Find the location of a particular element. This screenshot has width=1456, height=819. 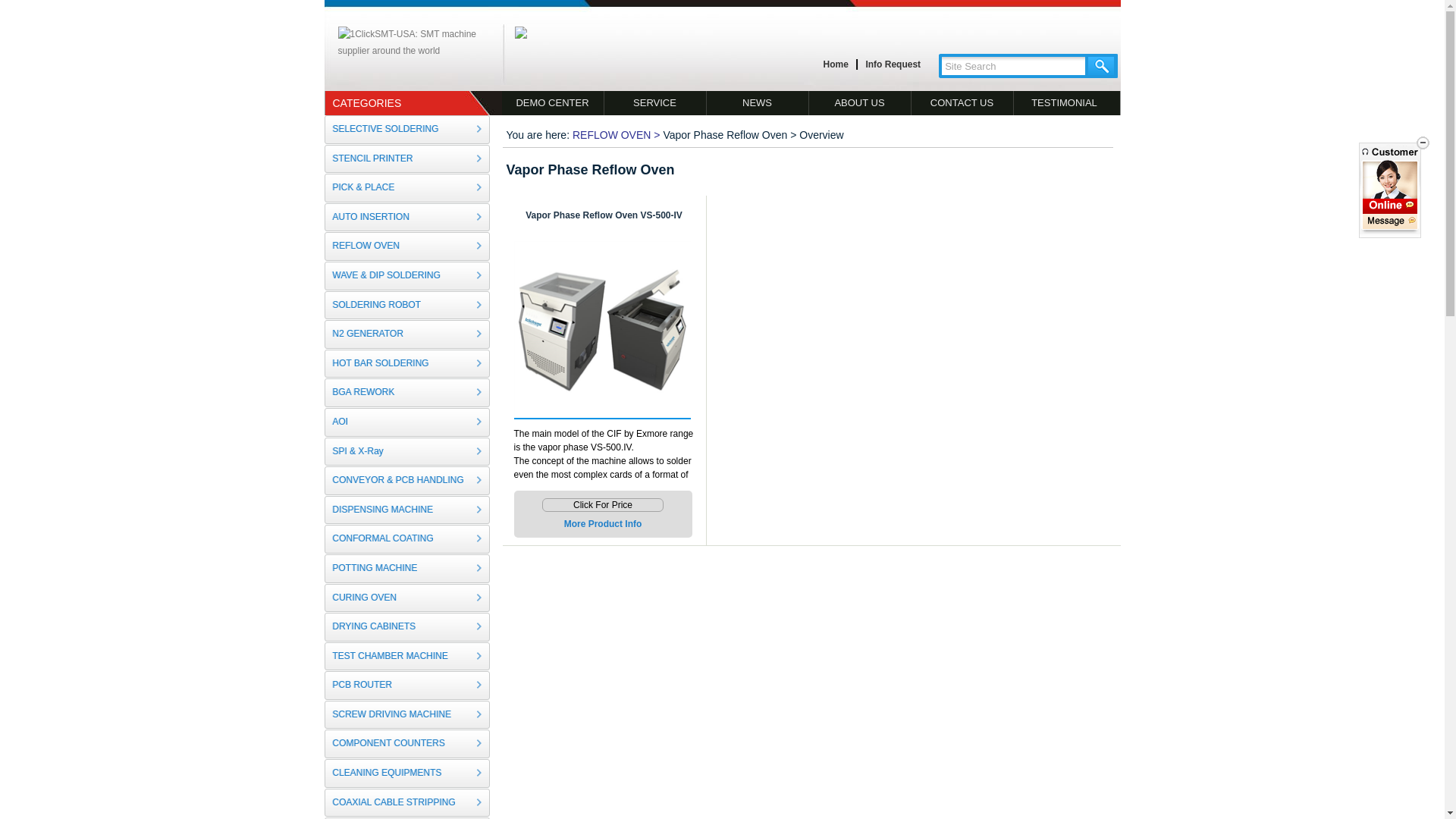

'TESTIMONIAL' is located at coordinates (1062, 102).